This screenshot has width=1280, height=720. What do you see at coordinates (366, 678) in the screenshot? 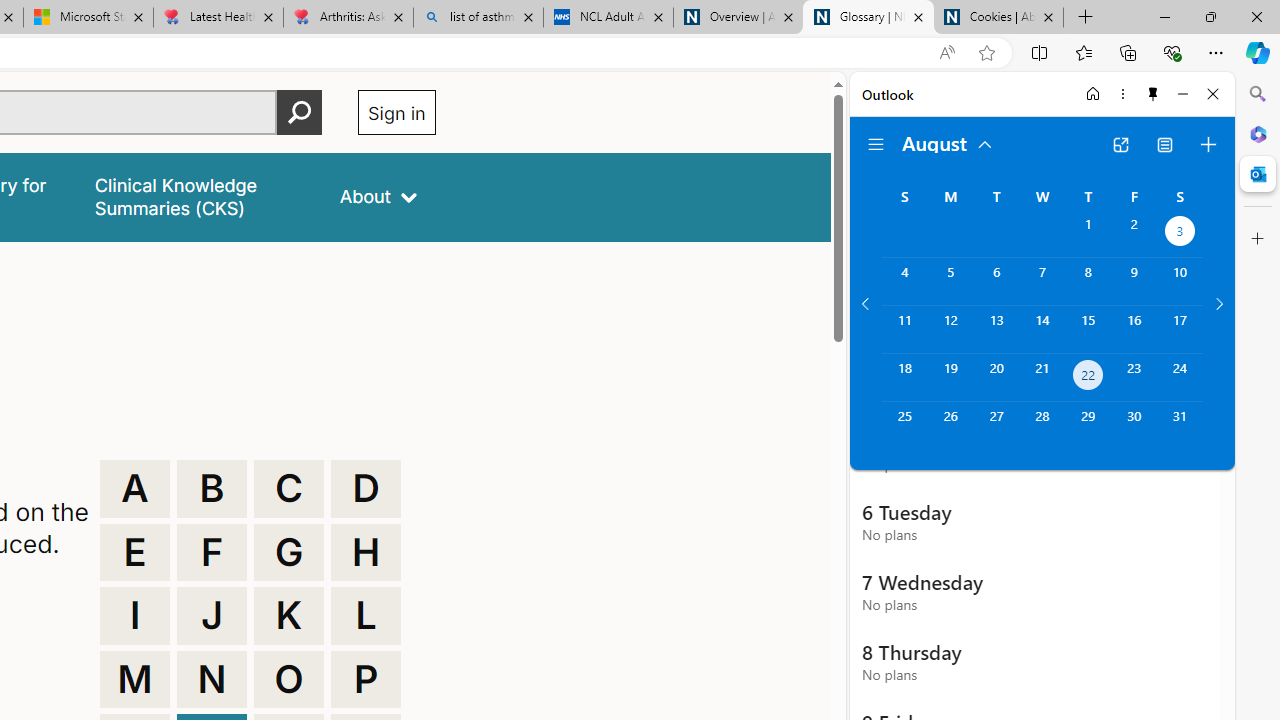
I see `'P'` at bounding box center [366, 678].